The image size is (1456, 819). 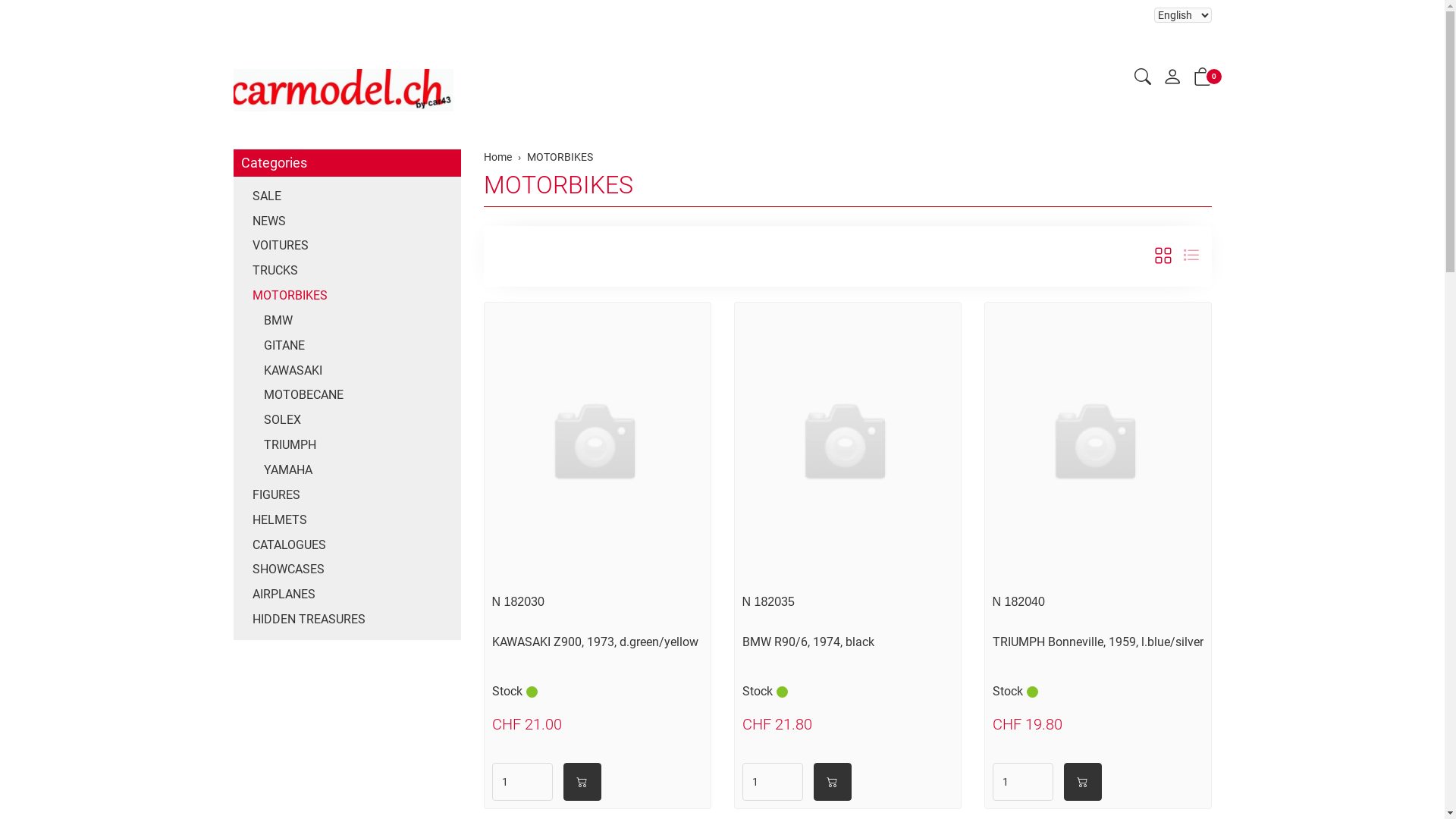 What do you see at coordinates (346, 320) in the screenshot?
I see `'BMW'` at bounding box center [346, 320].